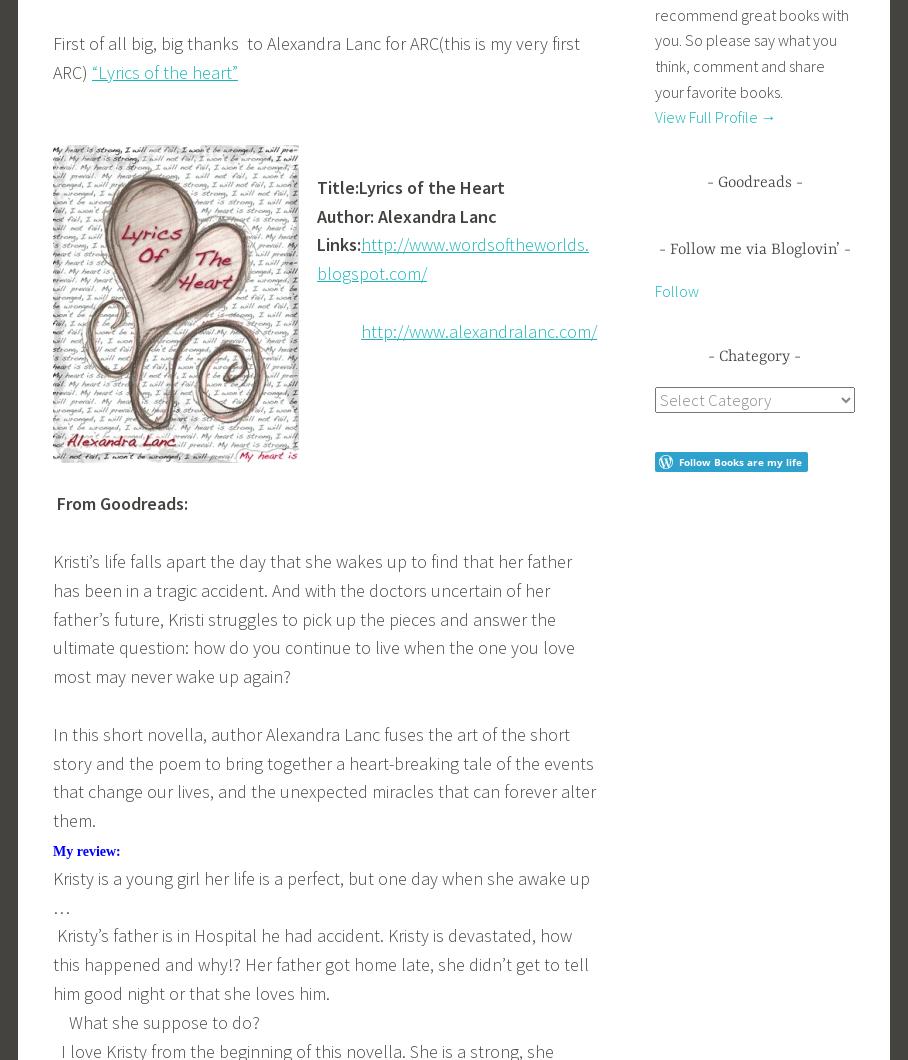 The height and width of the screenshot is (1060, 908). Describe the element at coordinates (53, 851) in the screenshot. I see `'My review:'` at that location.